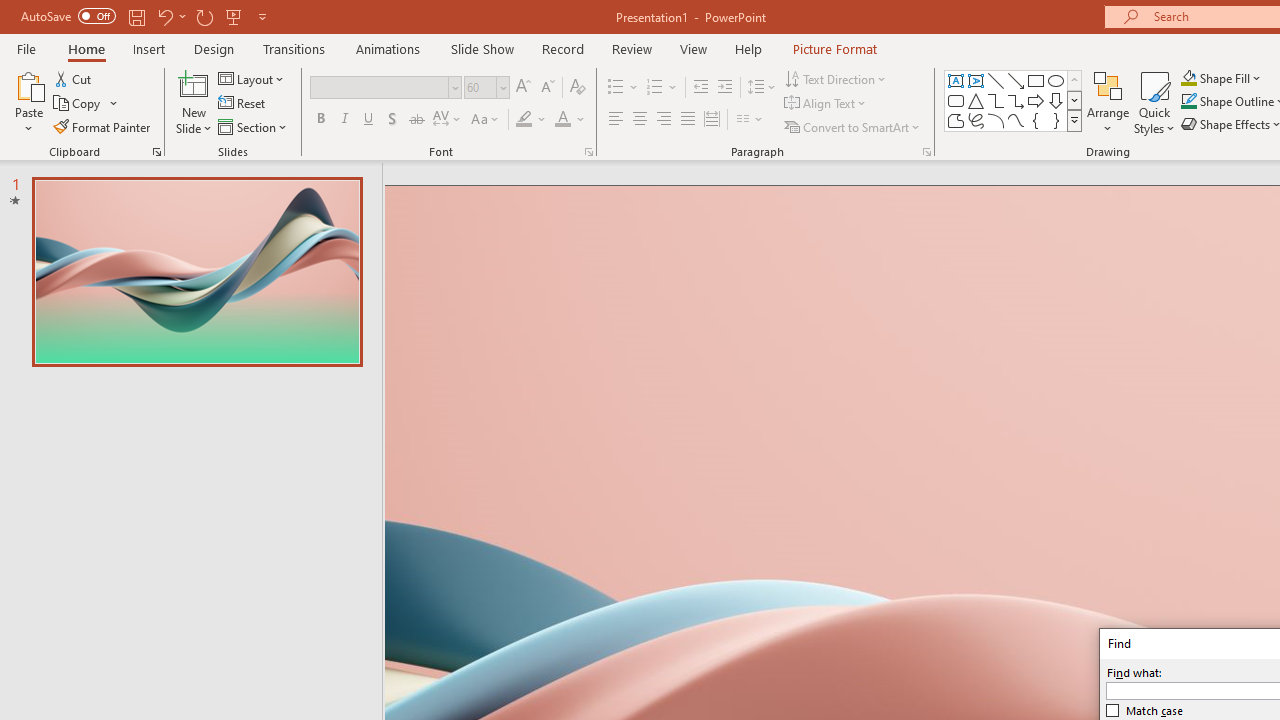  Describe the element at coordinates (294, 48) in the screenshot. I see `'Transitions'` at that location.